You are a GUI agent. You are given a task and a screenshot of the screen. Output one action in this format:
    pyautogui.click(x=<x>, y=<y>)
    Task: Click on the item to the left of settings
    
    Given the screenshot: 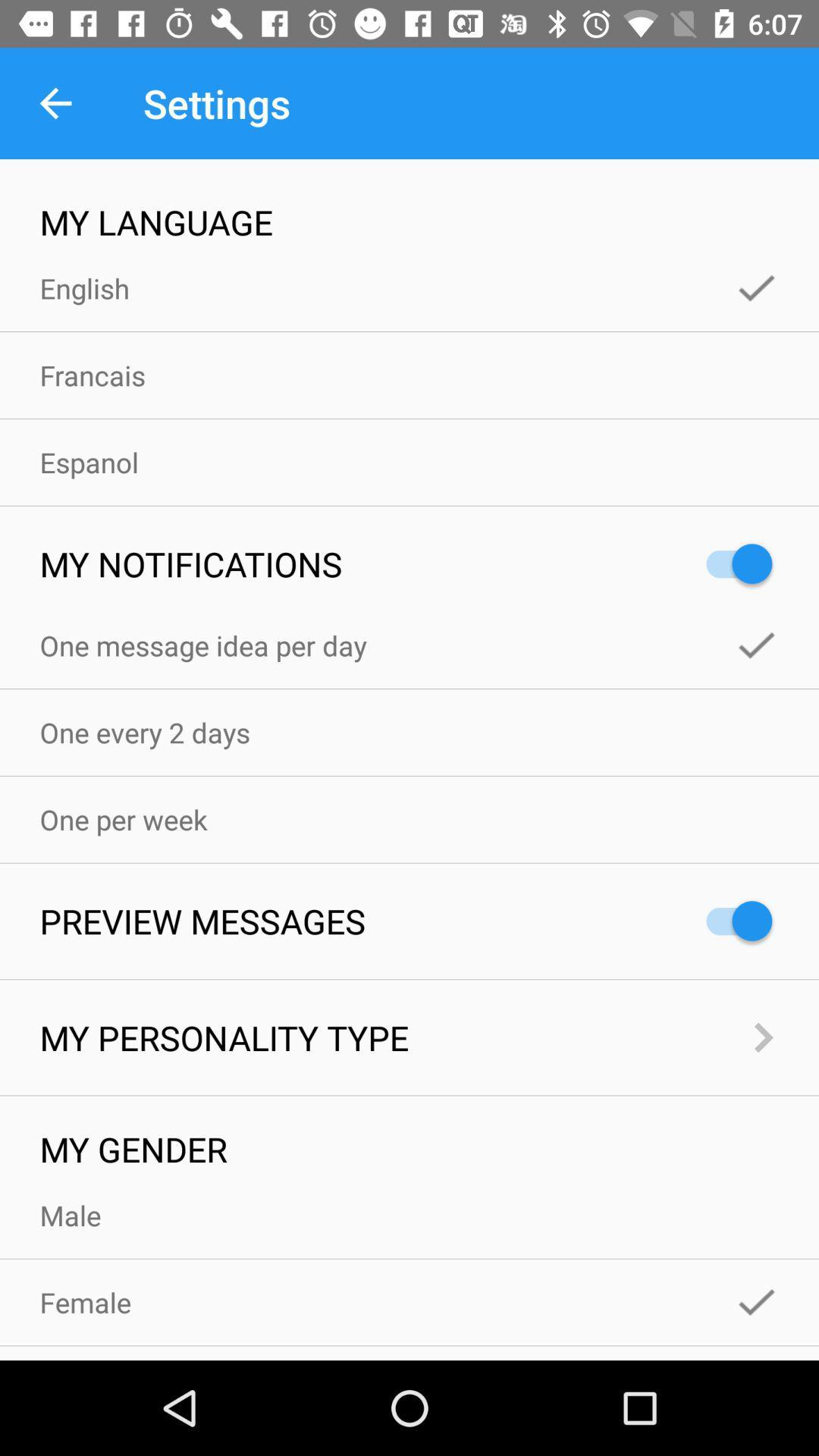 What is the action you would take?
    pyautogui.click(x=55, y=102)
    